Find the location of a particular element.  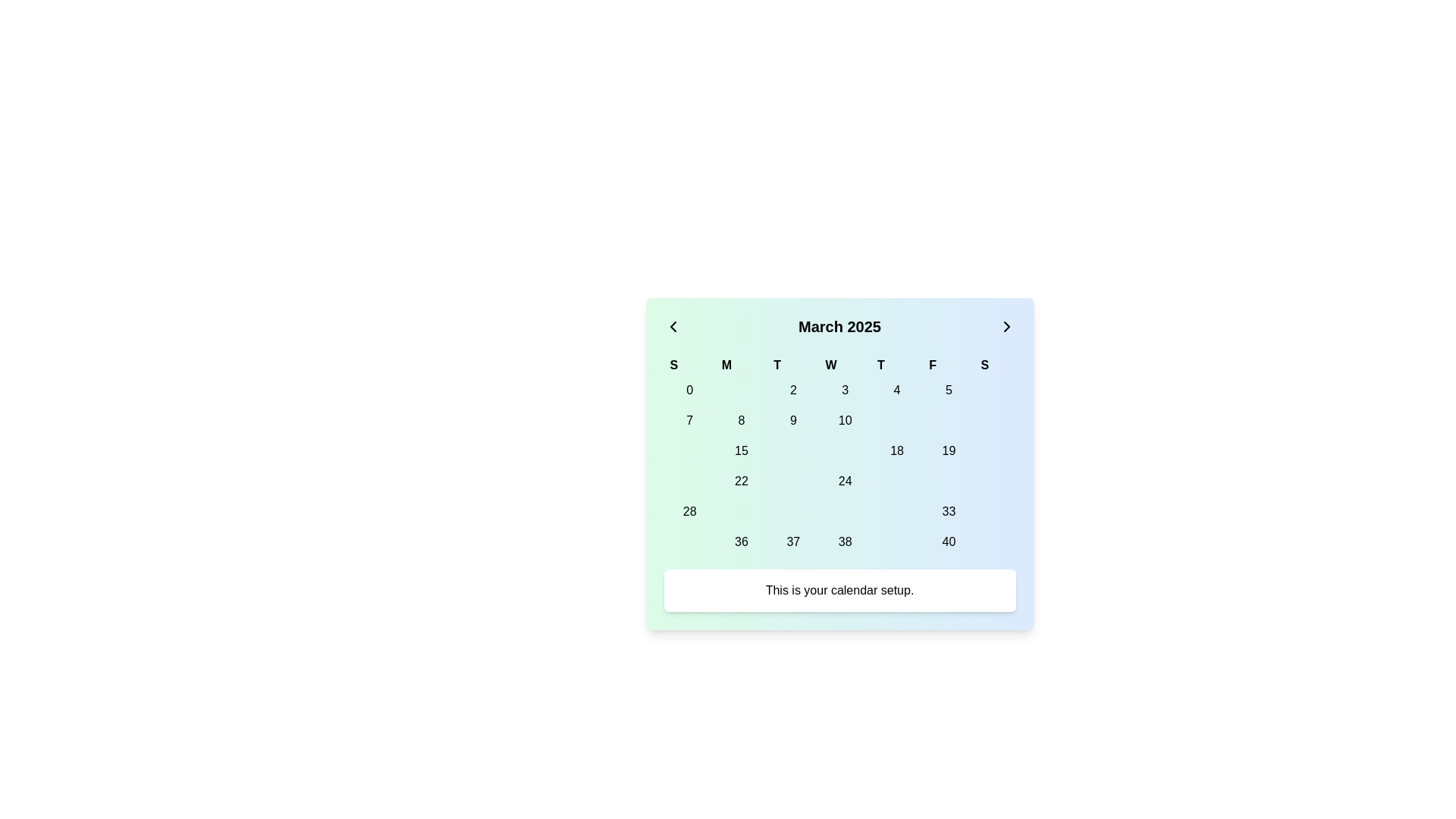

the grid cell displaying the number '24' in the March 2025 calendar is located at coordinates (839, 465).